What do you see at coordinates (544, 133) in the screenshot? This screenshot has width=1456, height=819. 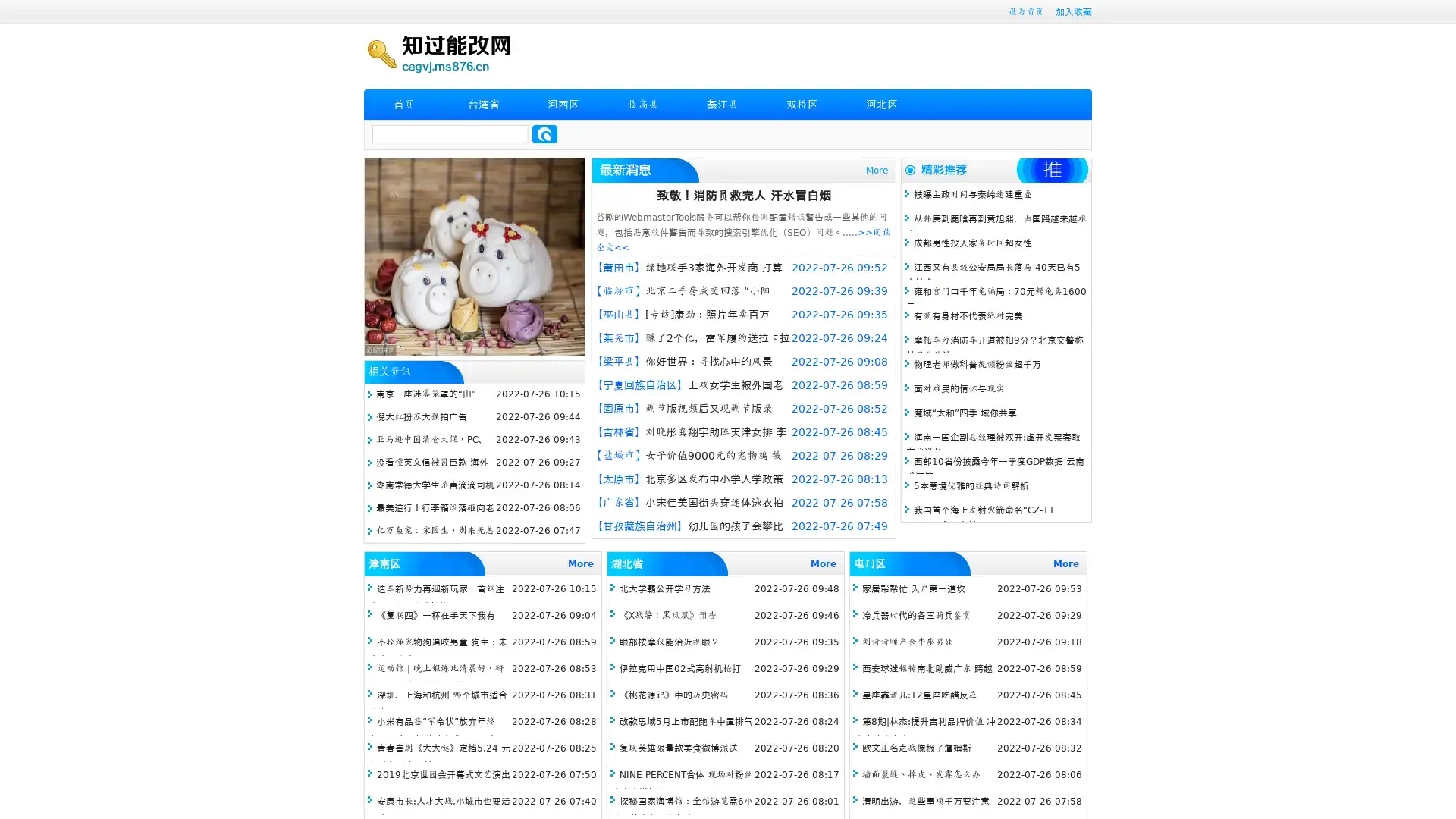 I see `Search` at bounding box center [544, 133].